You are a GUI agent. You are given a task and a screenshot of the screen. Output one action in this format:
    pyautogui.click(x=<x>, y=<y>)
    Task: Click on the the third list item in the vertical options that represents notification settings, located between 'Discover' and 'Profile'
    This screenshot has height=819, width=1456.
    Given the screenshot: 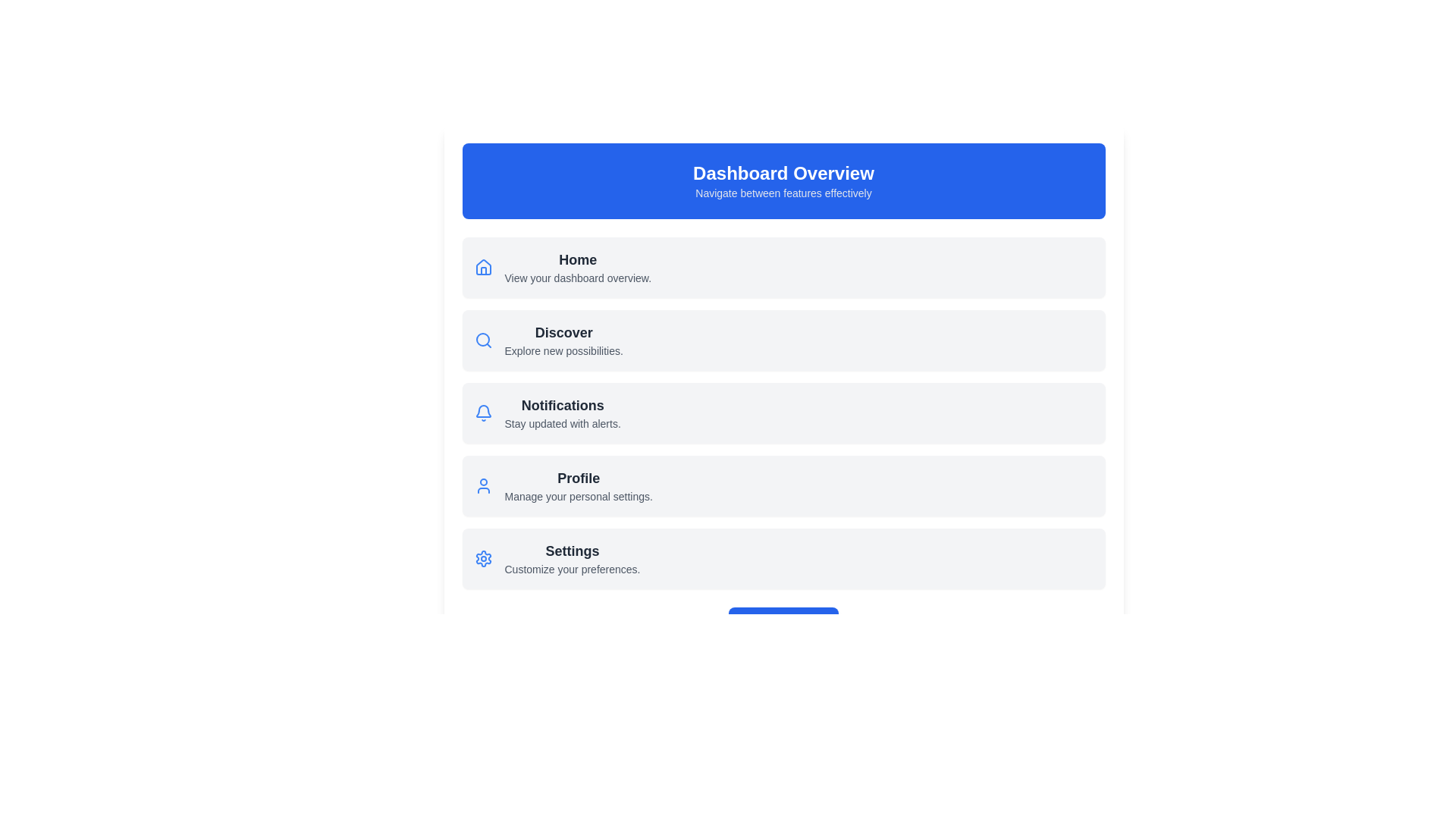 What is the action you would take?
    pyautogui.click(x=783, y=413)
    